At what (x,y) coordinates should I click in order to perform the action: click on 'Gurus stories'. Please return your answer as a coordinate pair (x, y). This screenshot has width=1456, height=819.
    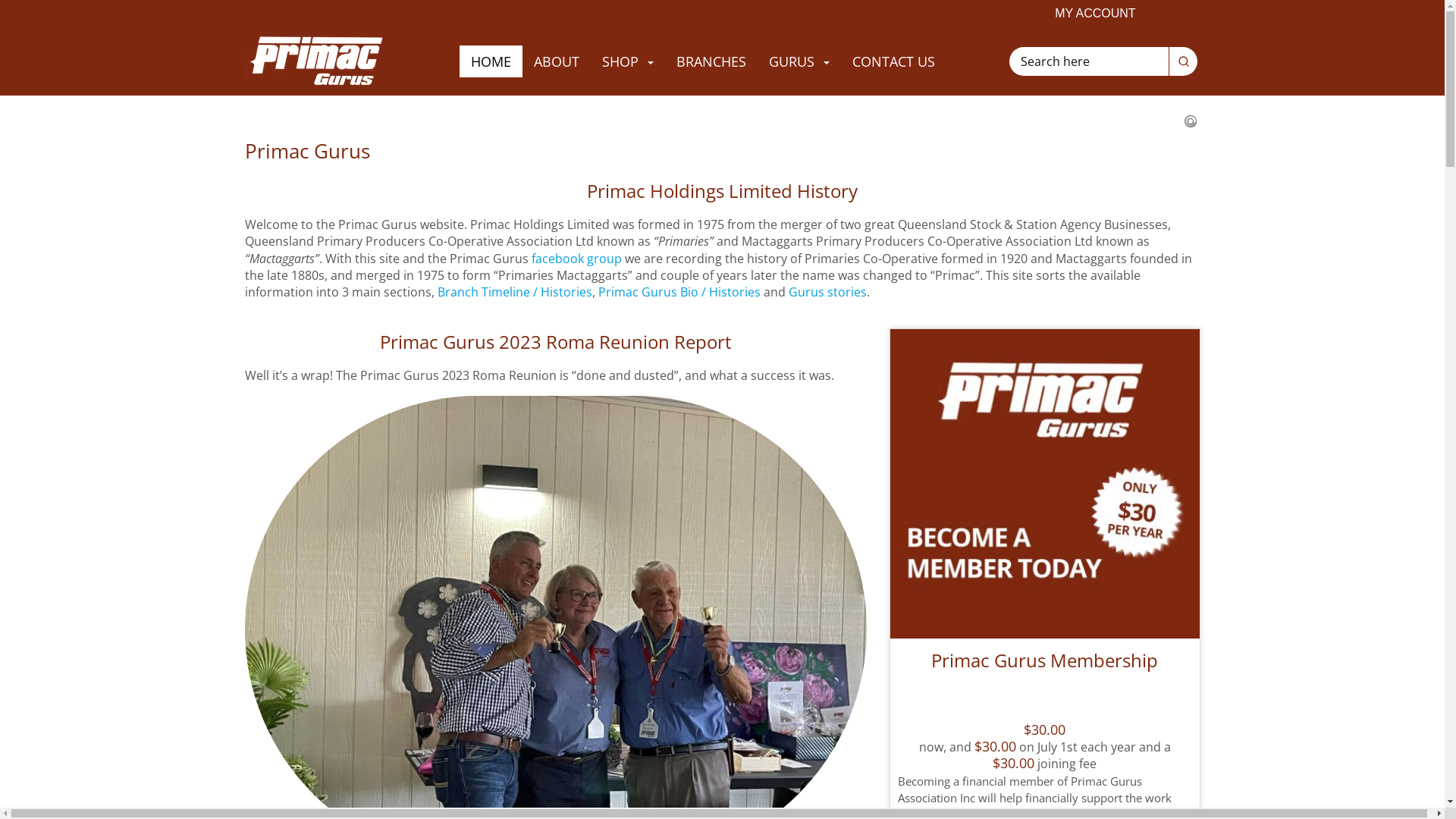
    Looking at the image, I should click on (827, 292).